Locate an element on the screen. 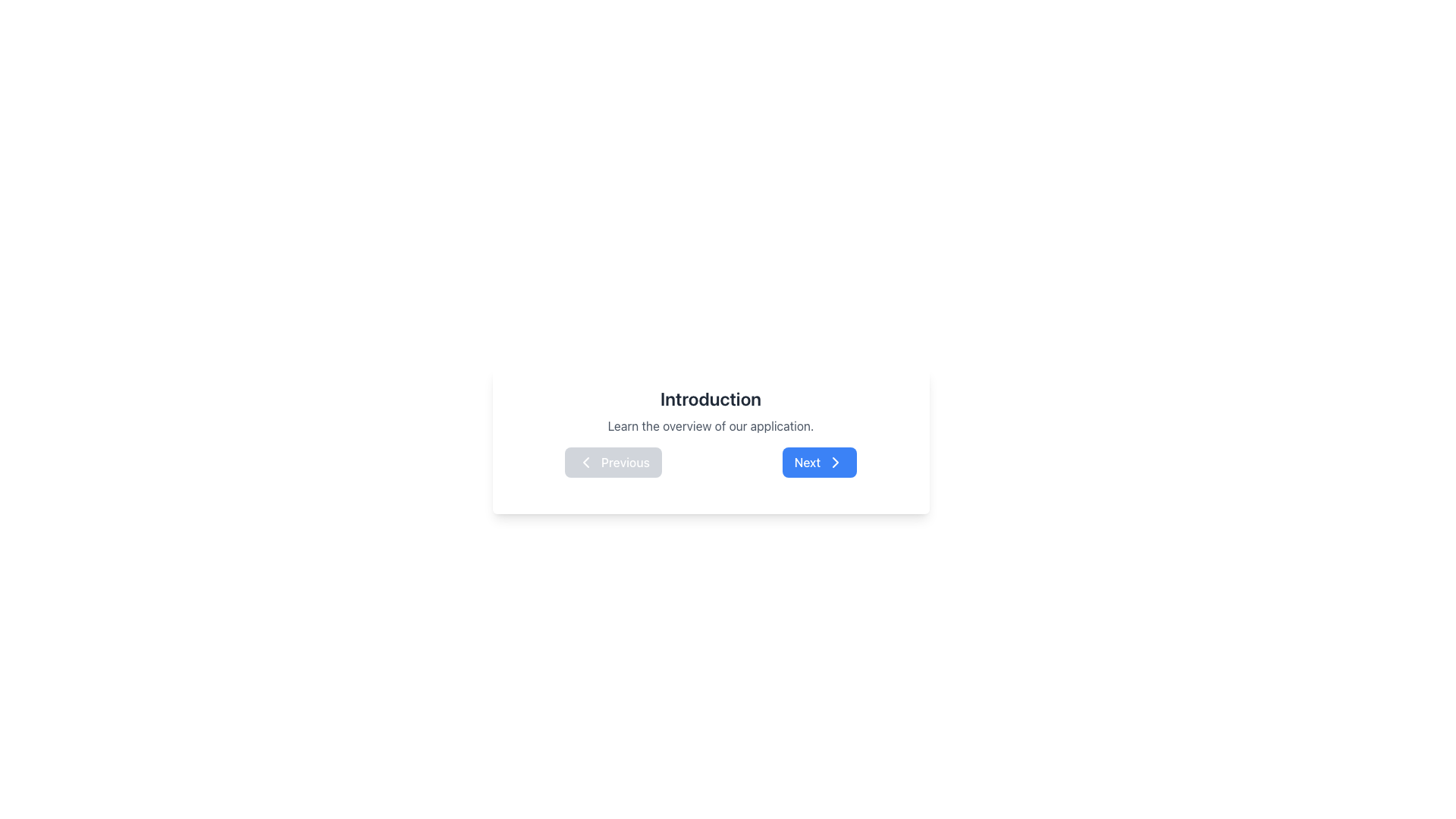 This screenshot has height=819, width=1456. the button with a blue background and white text stating 'Next' is located at coordinates (818, 461).